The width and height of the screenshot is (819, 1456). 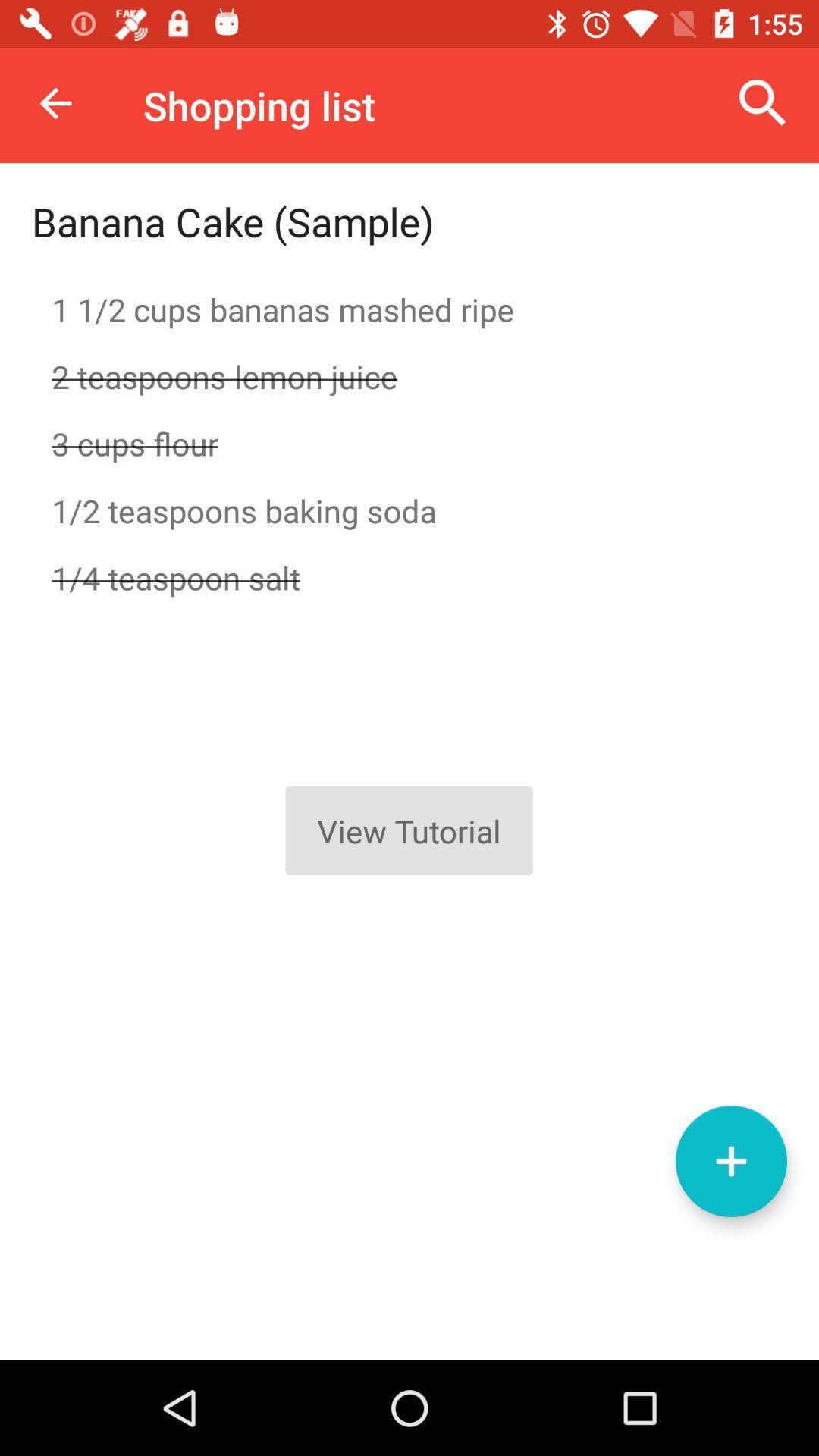 What do you see at coordinates (763, 102) in the screenshot?
I see `icon at the top right corner` at bounding box center [763, 102].